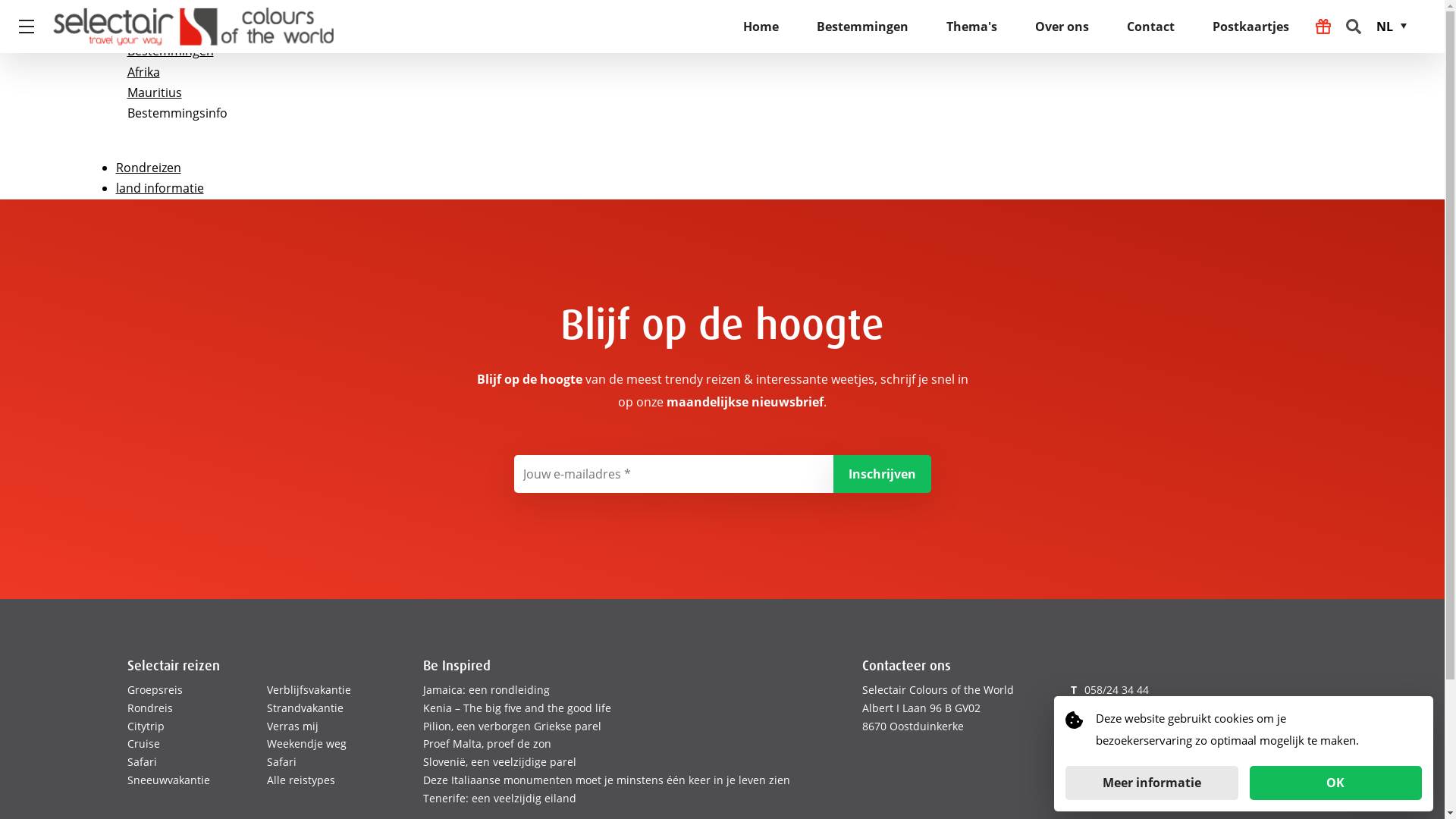 Image resolution: width=1456 pixels, height=819 pixels. What do you see at coordinates (422, 689) in the screenshot?
I see `'Jamaica: een rondleiding'` at bounding box center [422, 689].